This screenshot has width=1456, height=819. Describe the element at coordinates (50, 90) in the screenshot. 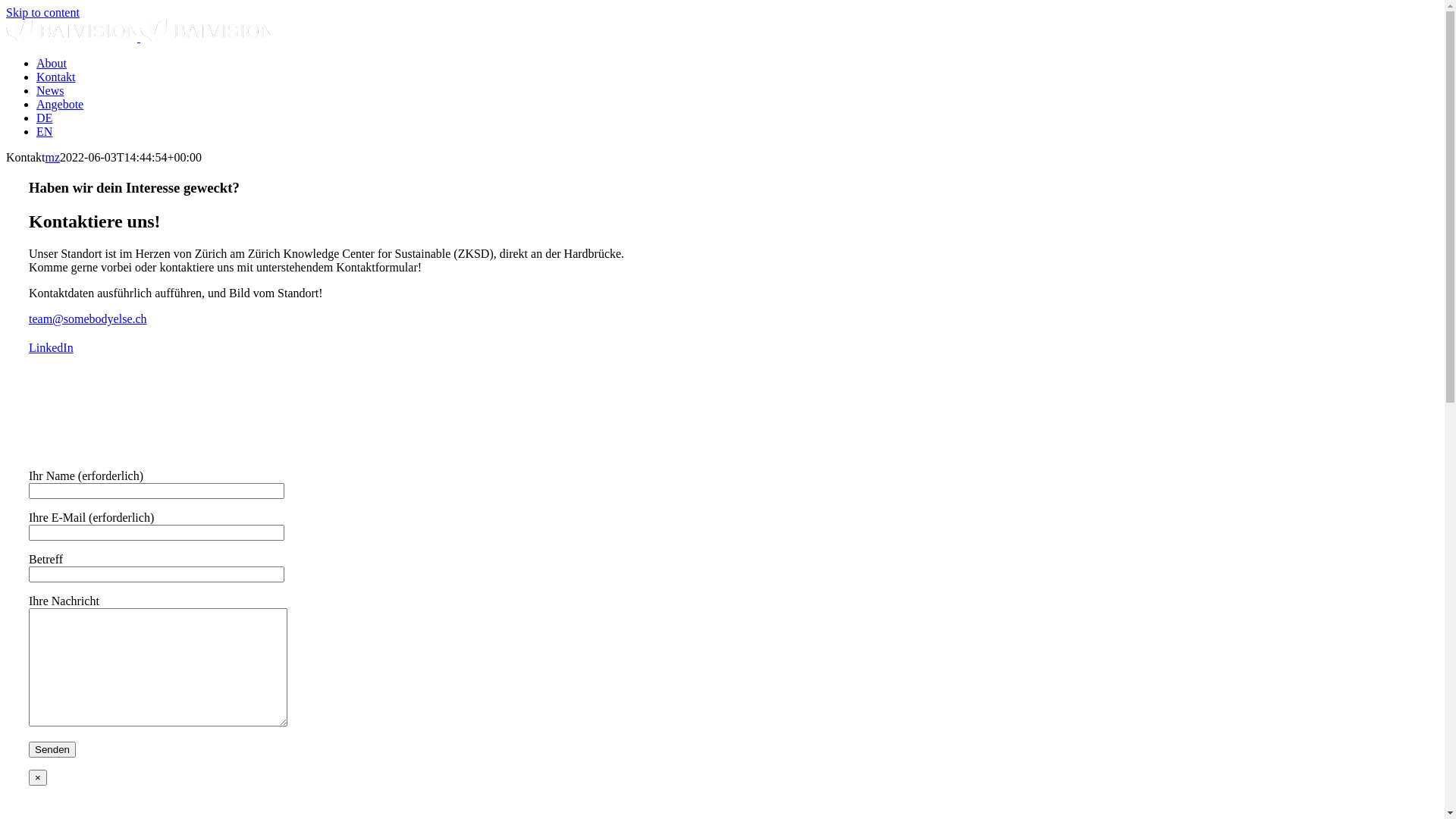

I see `'News'` at that location.